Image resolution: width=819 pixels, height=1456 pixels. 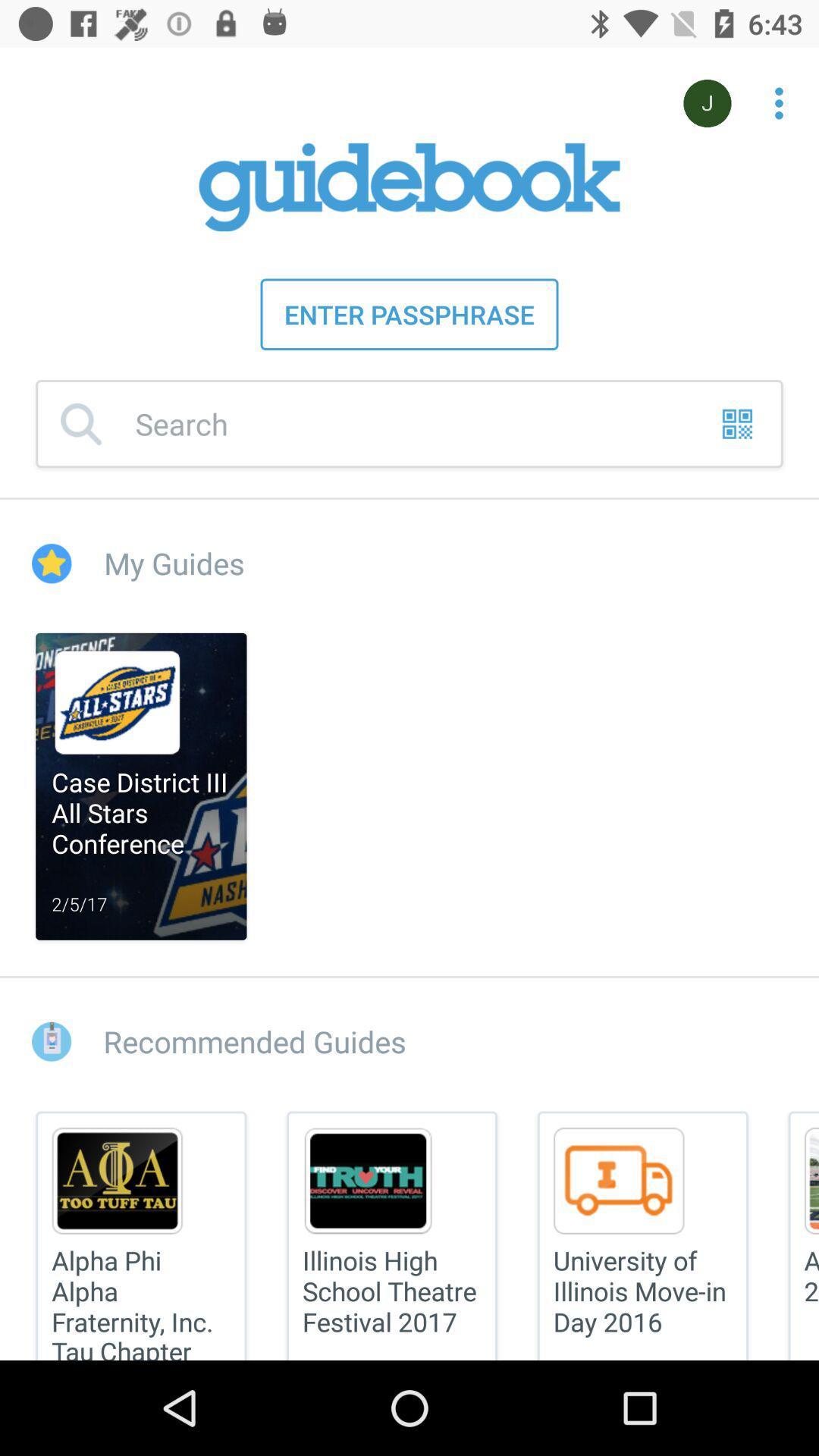 What do you see at coordinates (770, 95) in the screenshot?
I see `the more icon` at bounding box center [770, 95].